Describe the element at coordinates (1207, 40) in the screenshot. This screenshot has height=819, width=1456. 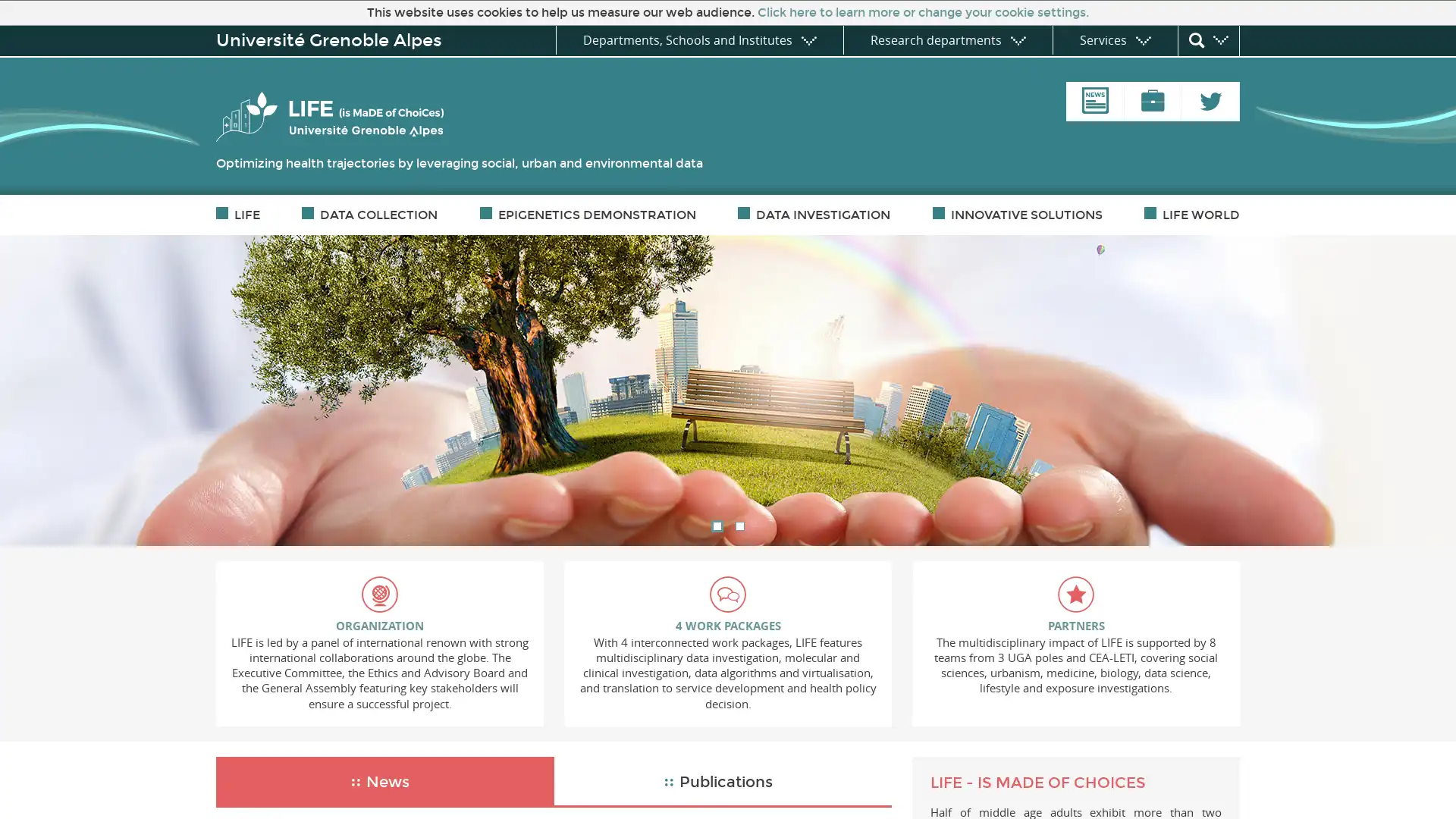
I see `Search` at that location.